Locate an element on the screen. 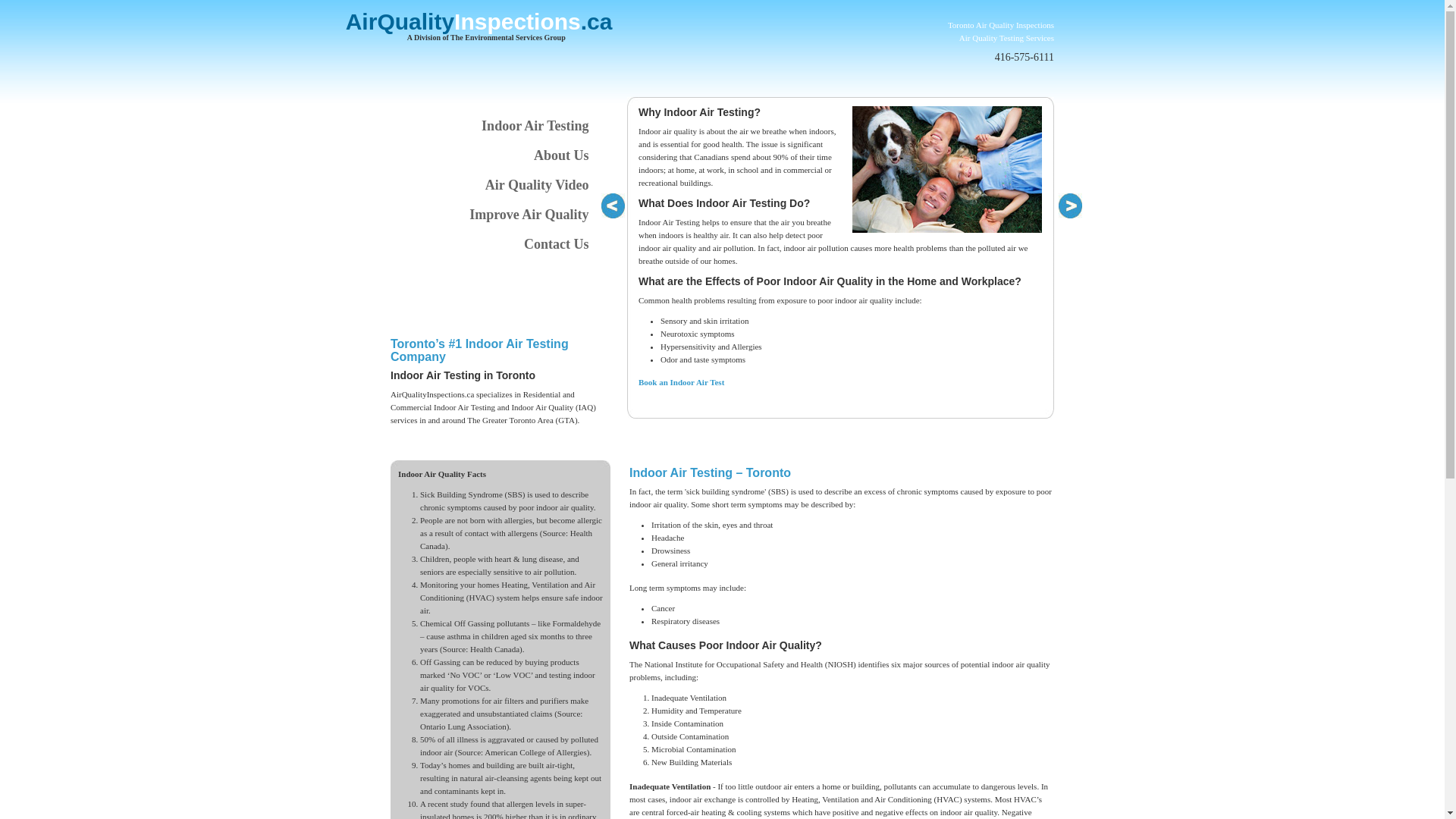  'Improve Air Quality' is located at coordinates (494, 215).